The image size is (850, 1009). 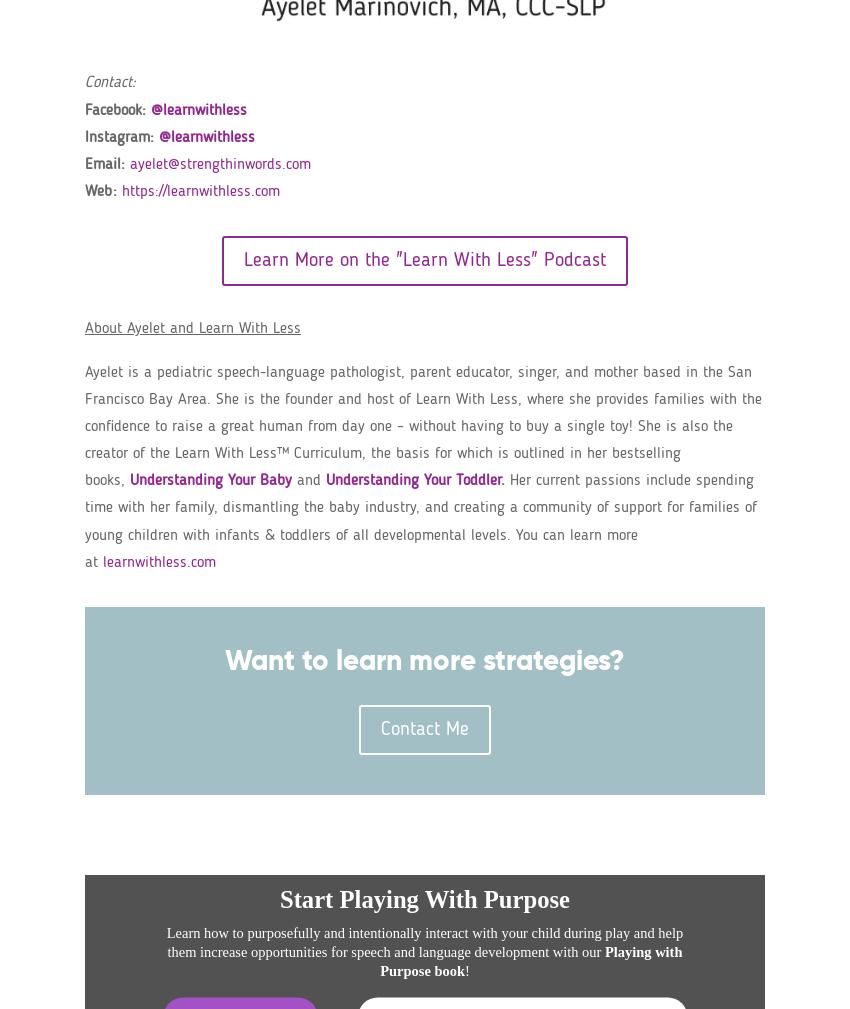 What do you see at coordinates (308, 479) in the screenshot?
I see `'and'` at bounding box center [308, 479].